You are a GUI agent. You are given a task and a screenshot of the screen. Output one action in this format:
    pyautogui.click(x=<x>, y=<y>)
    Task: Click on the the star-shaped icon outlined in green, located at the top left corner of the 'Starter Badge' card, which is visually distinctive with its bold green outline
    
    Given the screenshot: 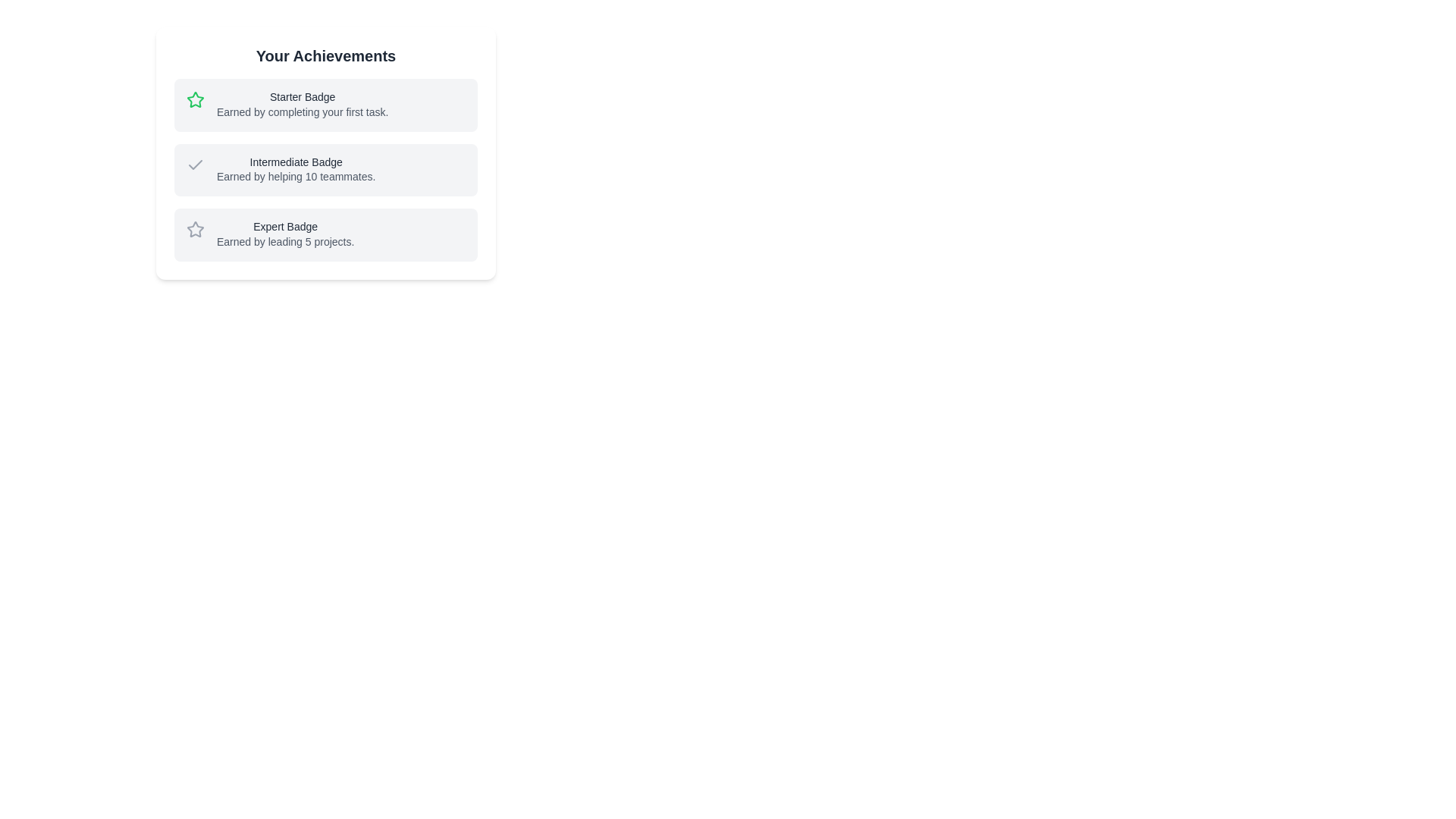 What is the action you would take?
    pyautogui.click(x=195, y=99)
    